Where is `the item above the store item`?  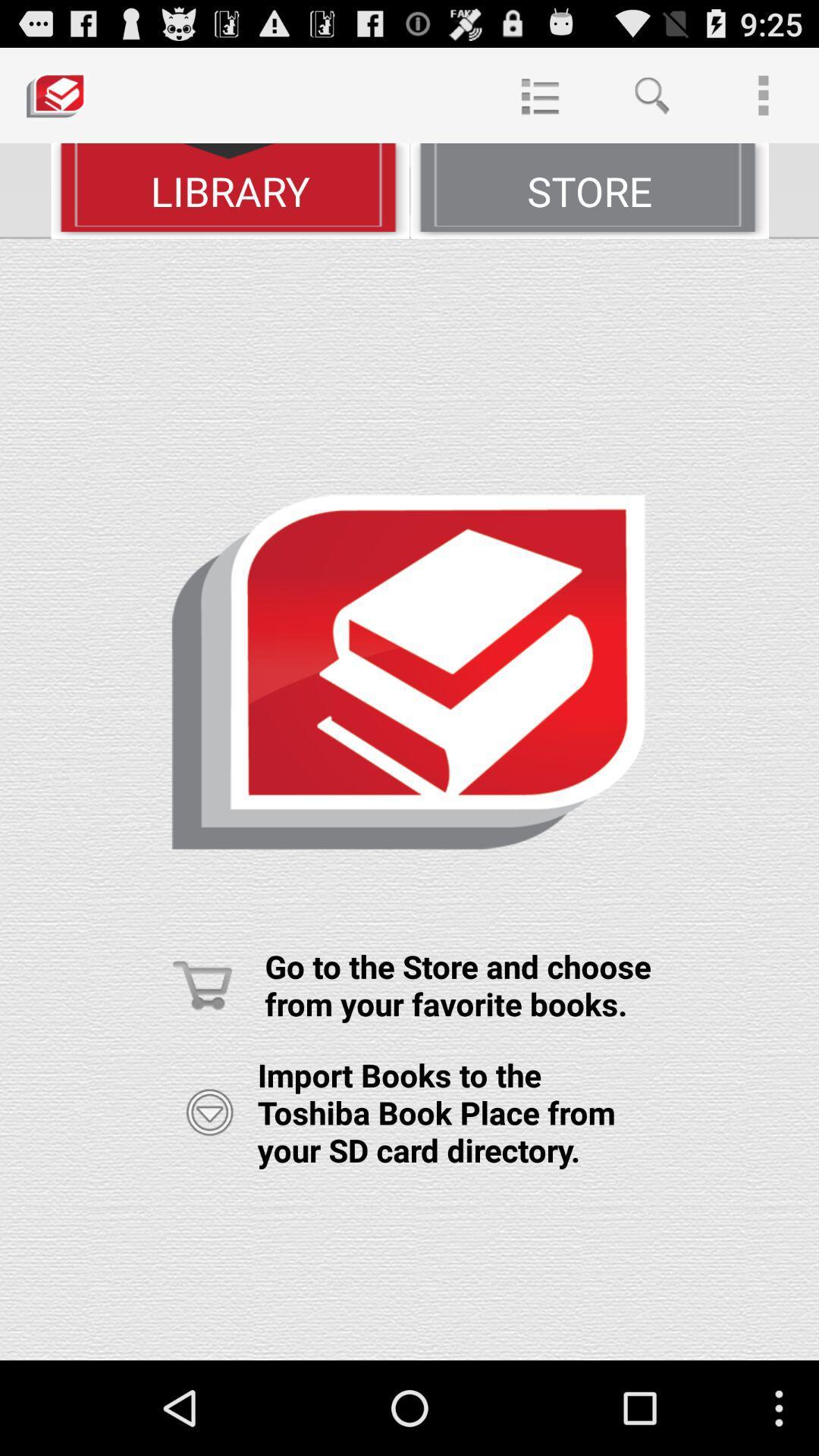
the item above the store item is located at coordinates (651, 94).